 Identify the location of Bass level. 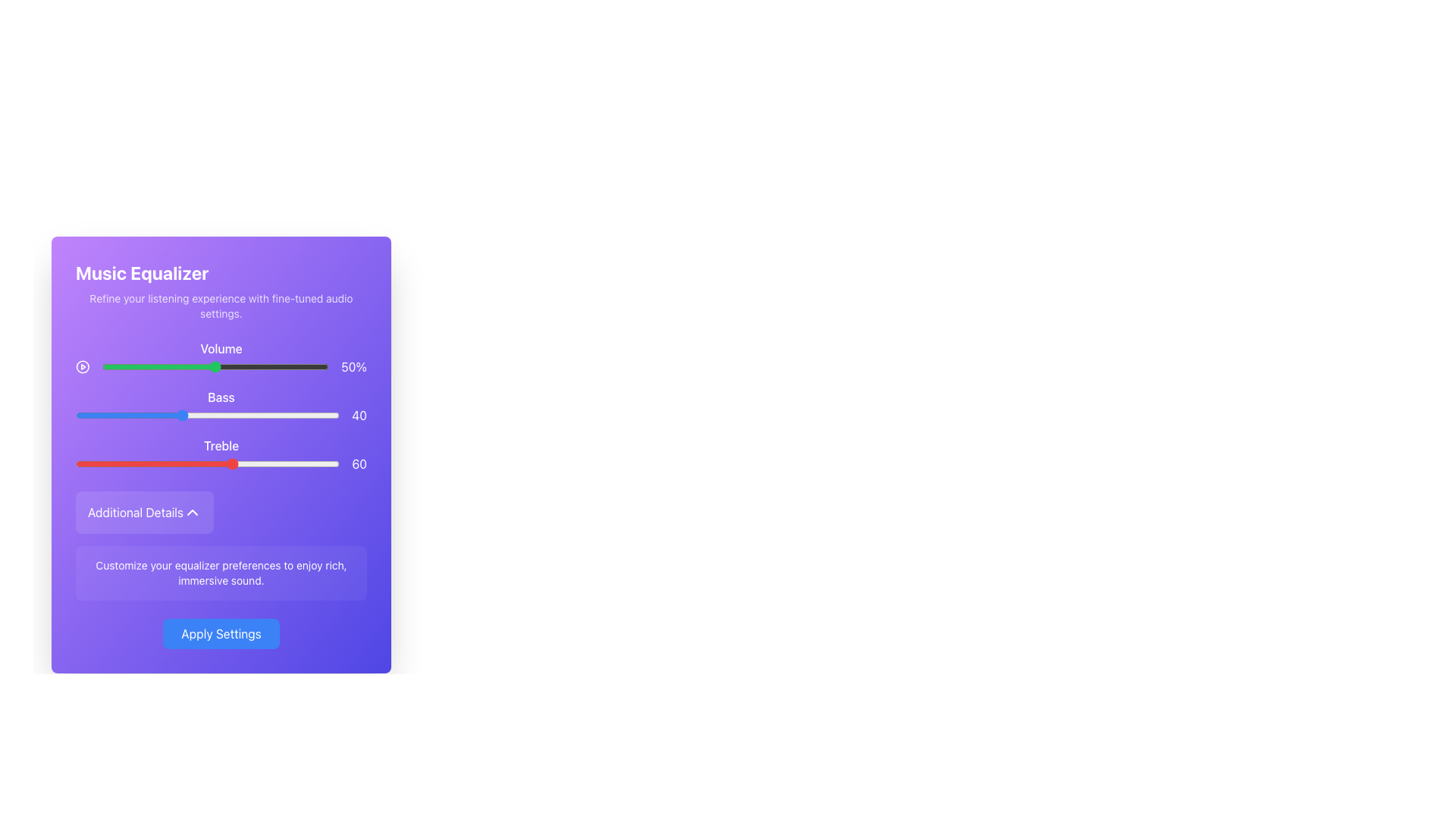
(188, 415).